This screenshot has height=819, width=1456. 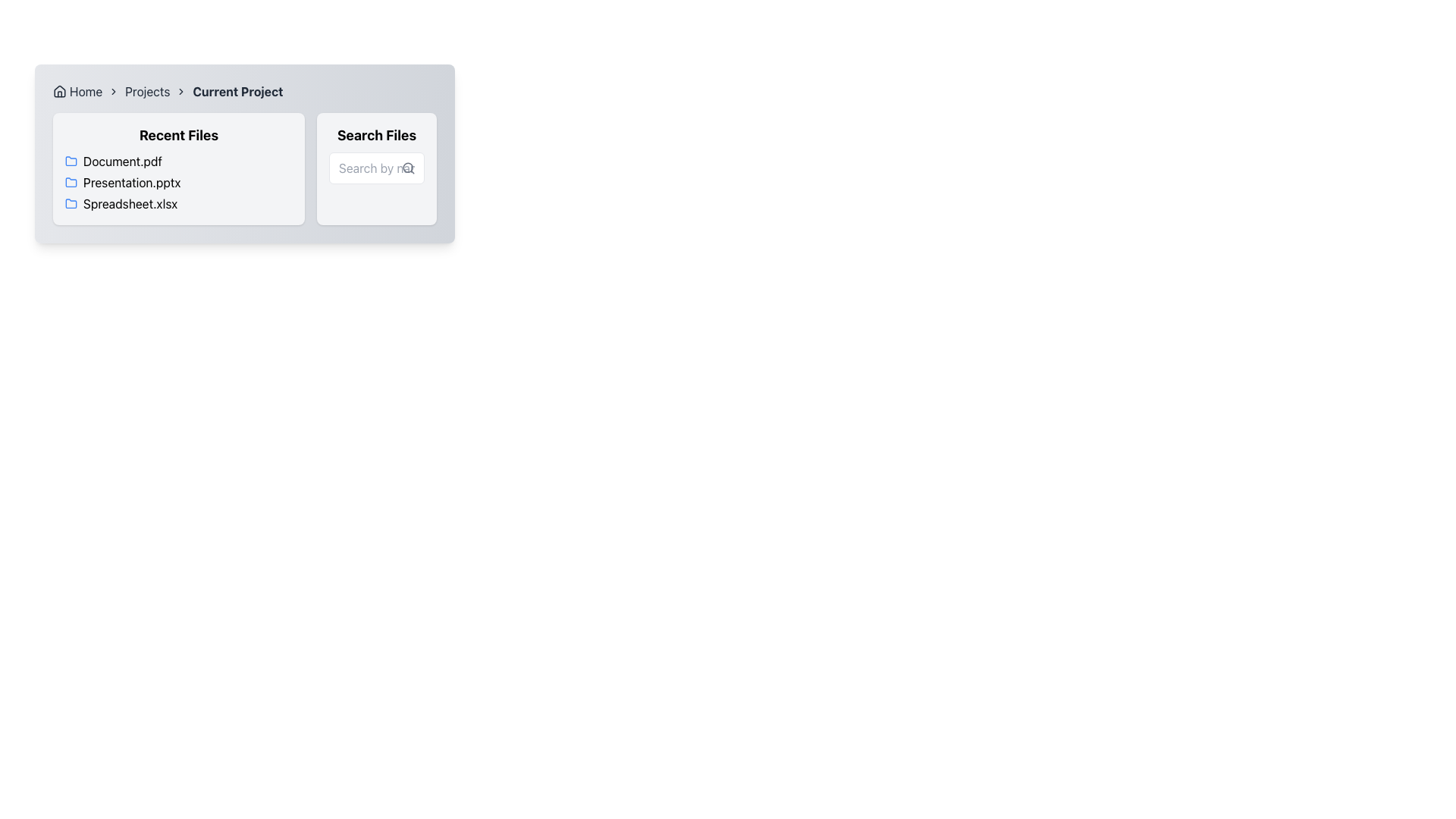 What do you see at coordinates (178, 203) in the screenshot?
I see `the file representation entry for 'Spreadsheet.xlsx' located` at bounding box center [178, 203].